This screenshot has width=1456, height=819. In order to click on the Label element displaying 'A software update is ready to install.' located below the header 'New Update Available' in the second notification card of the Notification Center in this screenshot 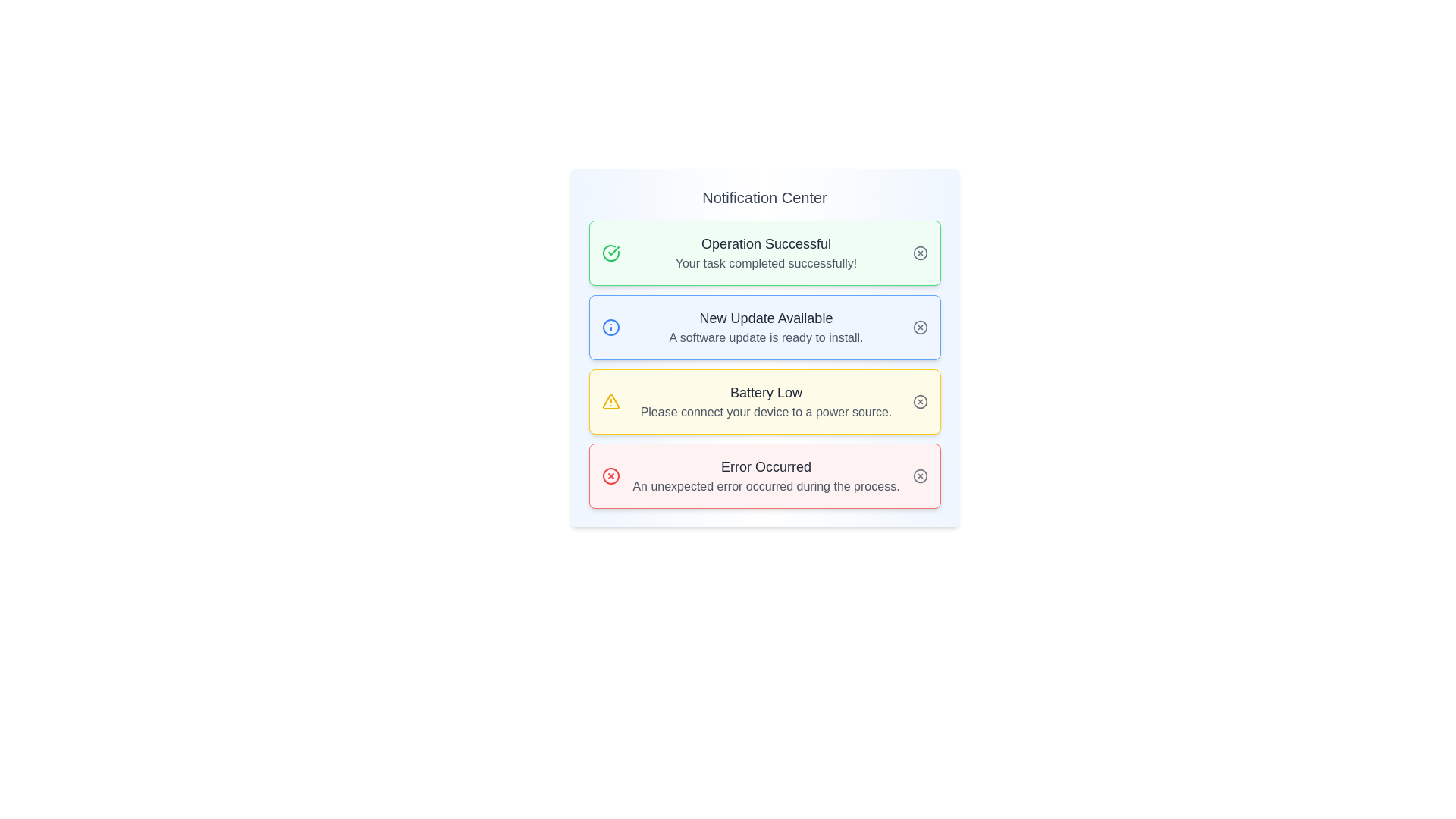, I will do `click(766, 337)`.